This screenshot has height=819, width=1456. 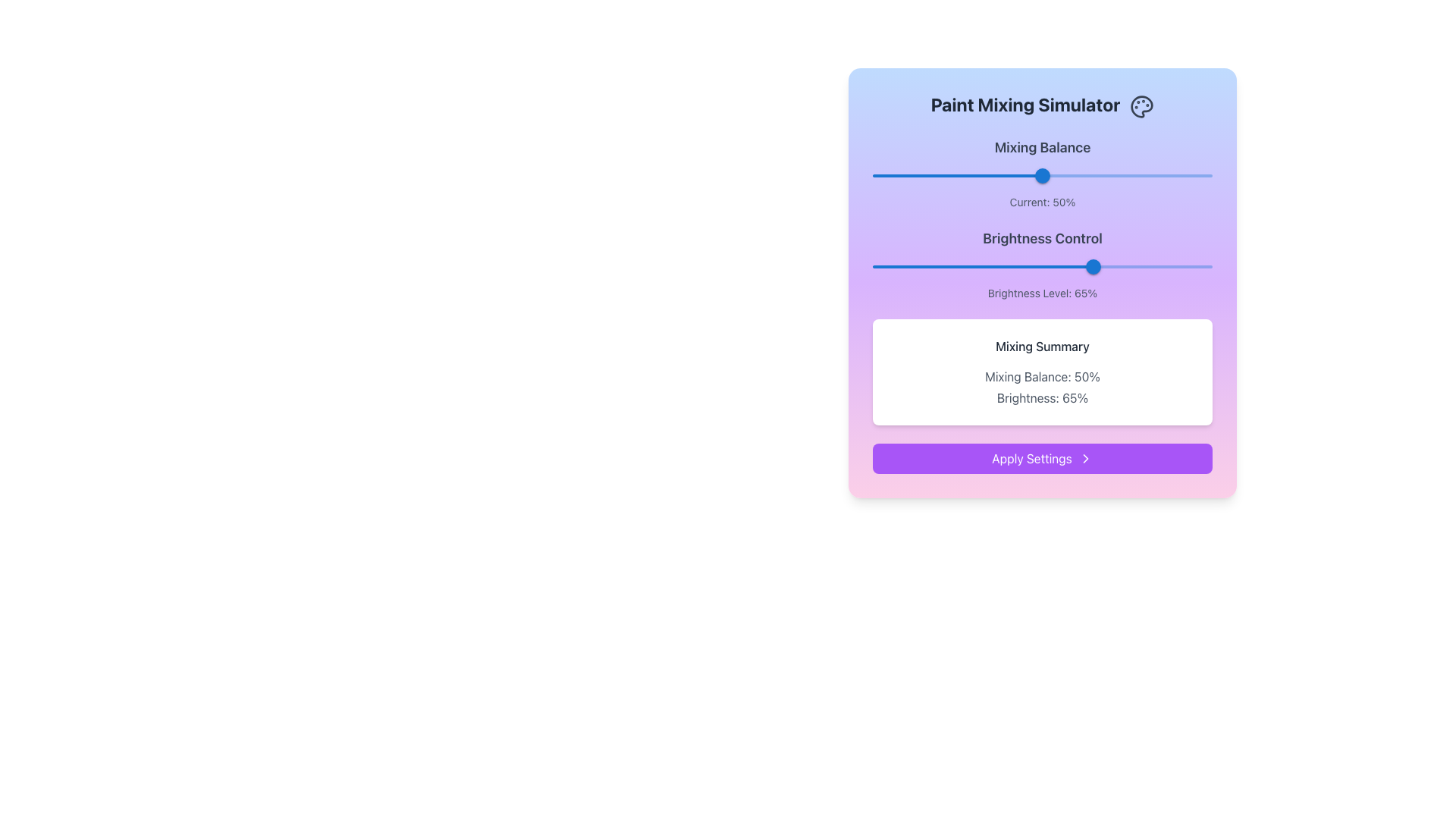 What do you see at coordinates (1041, 146) in the screenshot?
I see `the text label element that serves as a title for the mixing balance section, located above the slider labeled 'Current: 50%'` at bounding box center [1041, 146].